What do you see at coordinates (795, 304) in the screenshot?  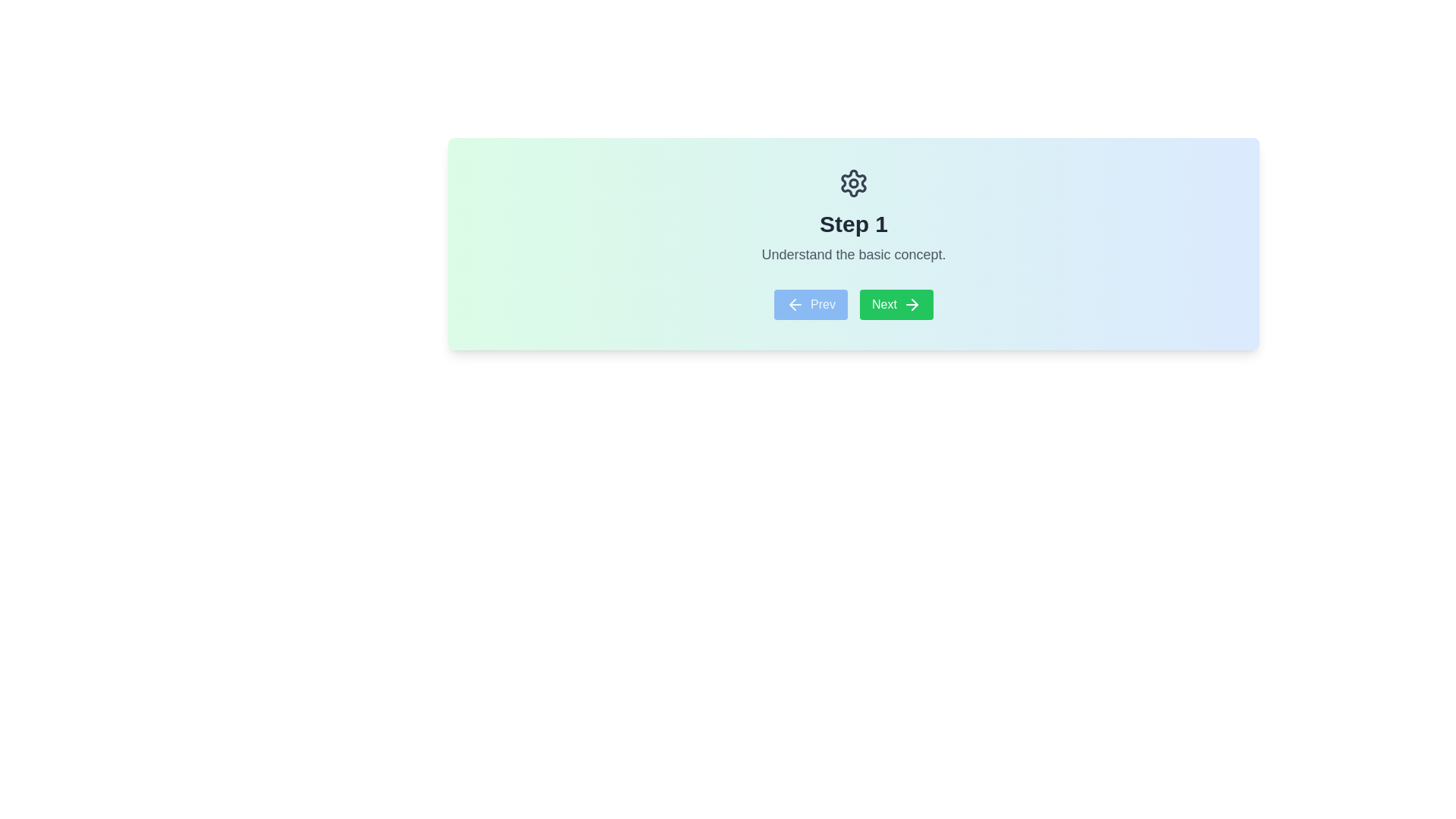 I see `the decorative arrow icon within the 'Prev' button, which is positioned to the left of the 'Next' button in the navigation area of the interface` at bounding box center [795, 304].